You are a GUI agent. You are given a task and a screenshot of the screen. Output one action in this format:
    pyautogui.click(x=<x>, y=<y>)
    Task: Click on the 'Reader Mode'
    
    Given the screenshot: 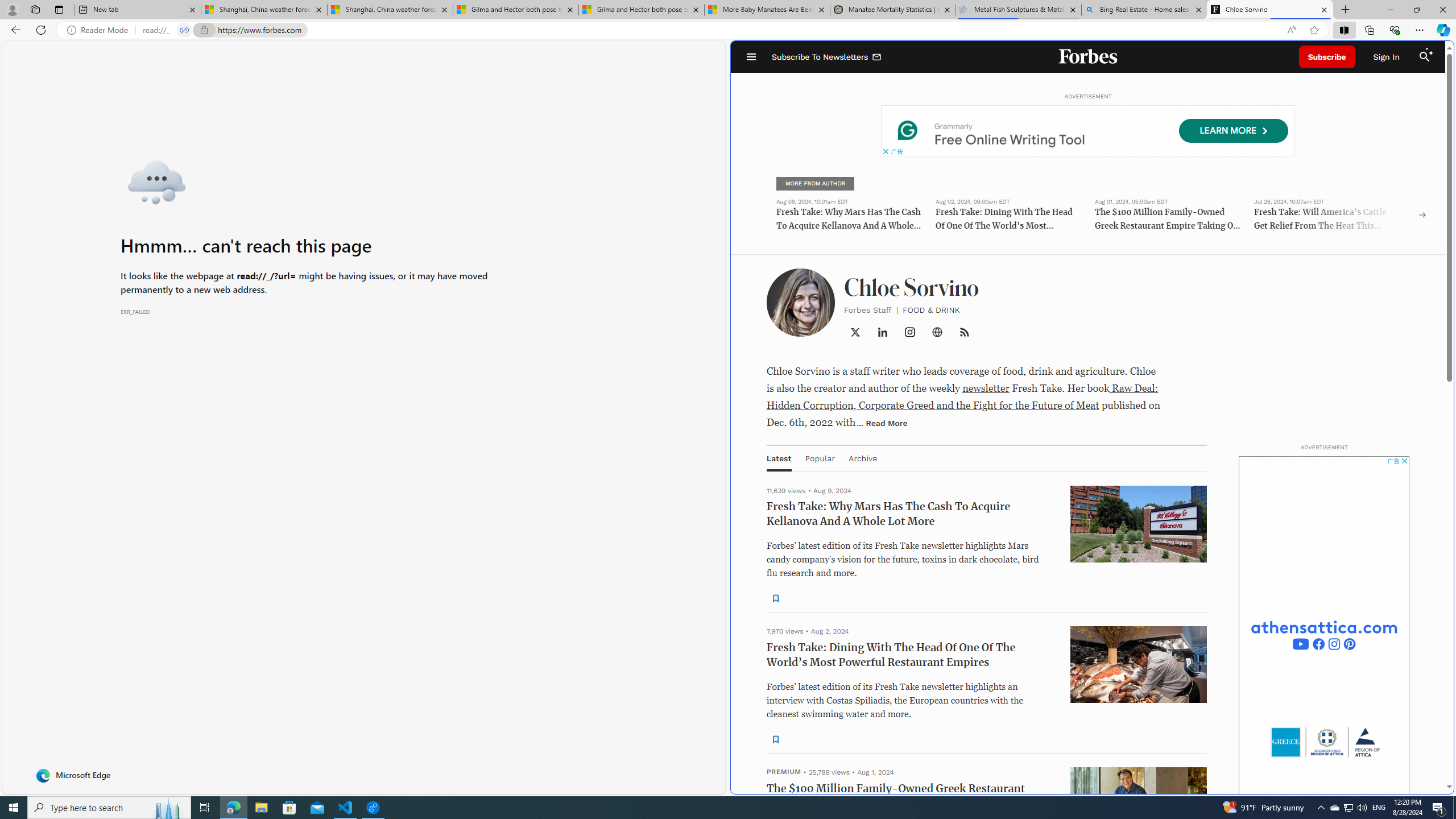 What is the action you would take?
    pyautogui.click(x=100, y=30)
    